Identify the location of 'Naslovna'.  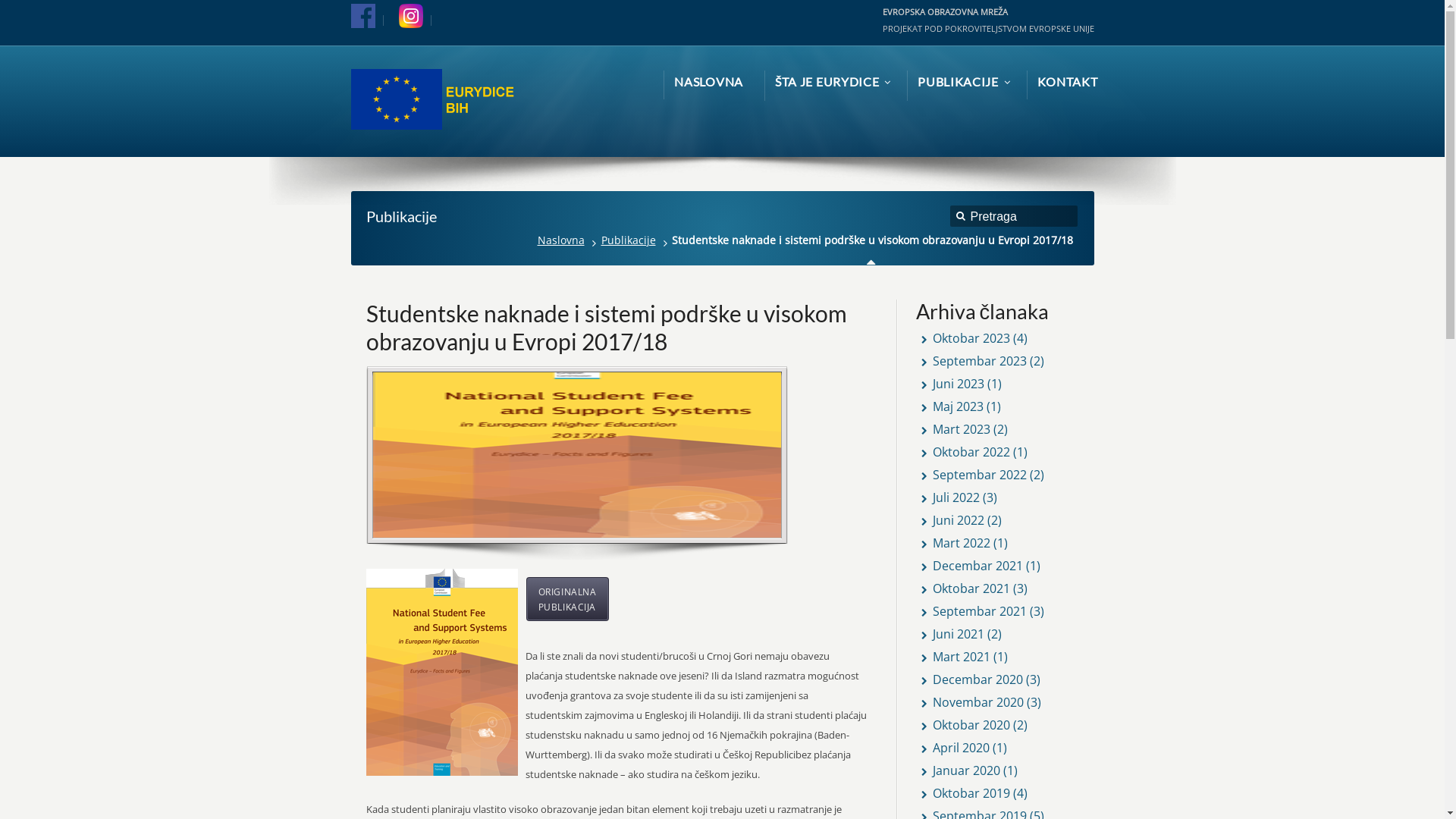
(532, 239).